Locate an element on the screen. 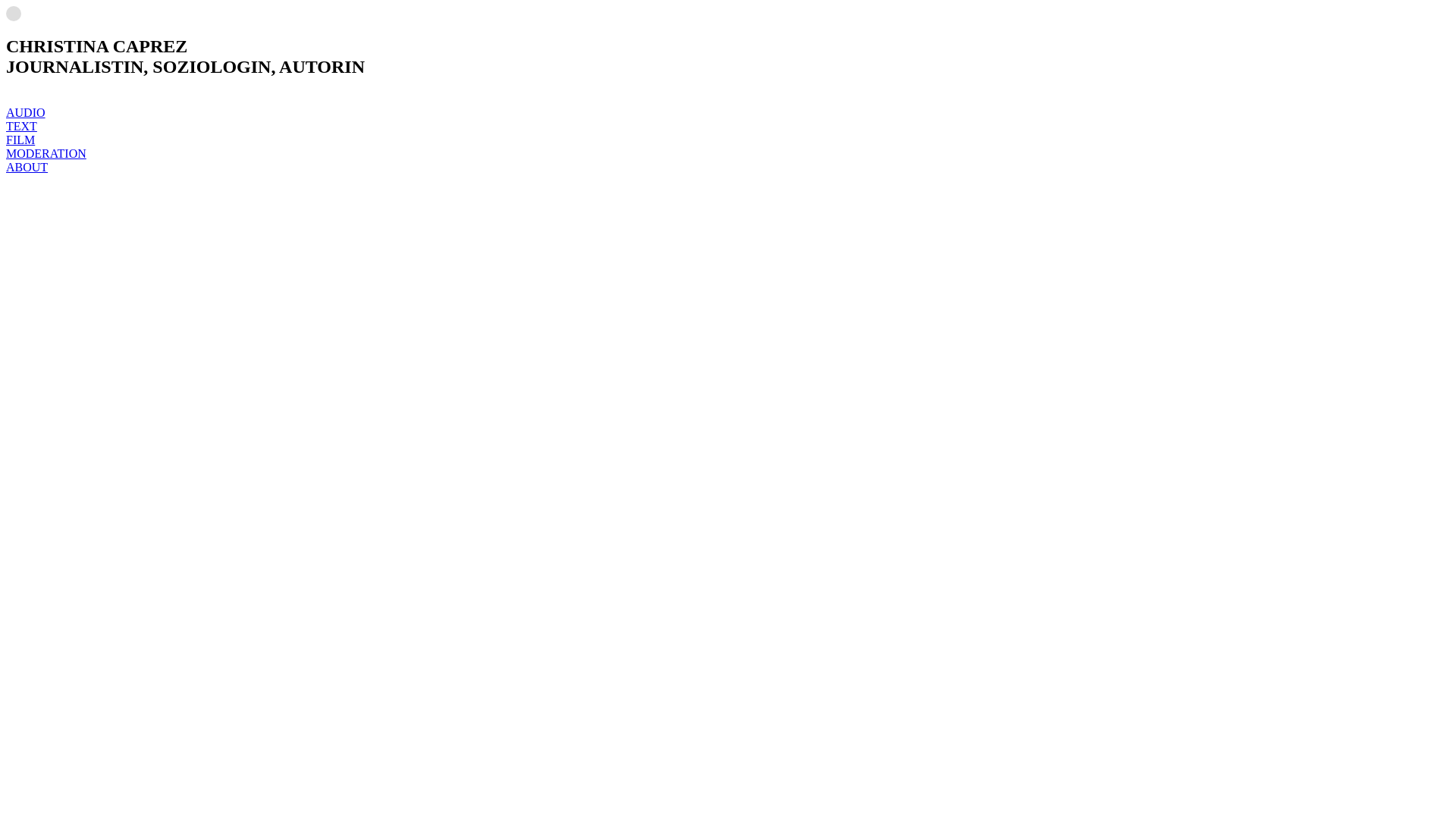  'AUDIO' is located at coordinates (25, 111).